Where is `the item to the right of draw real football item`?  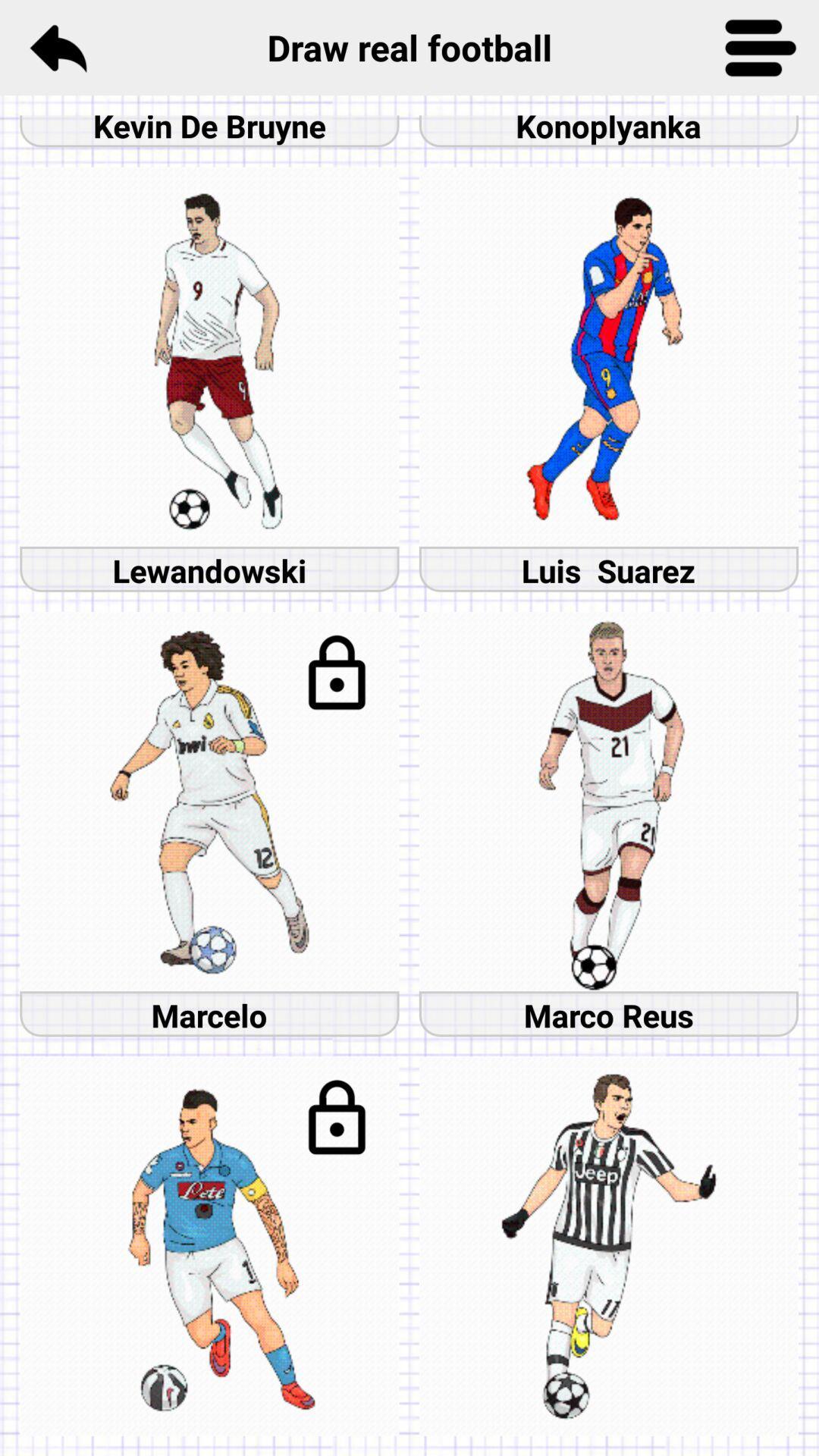
the item to the right of draw real football item is located at coordinates (761, 47).